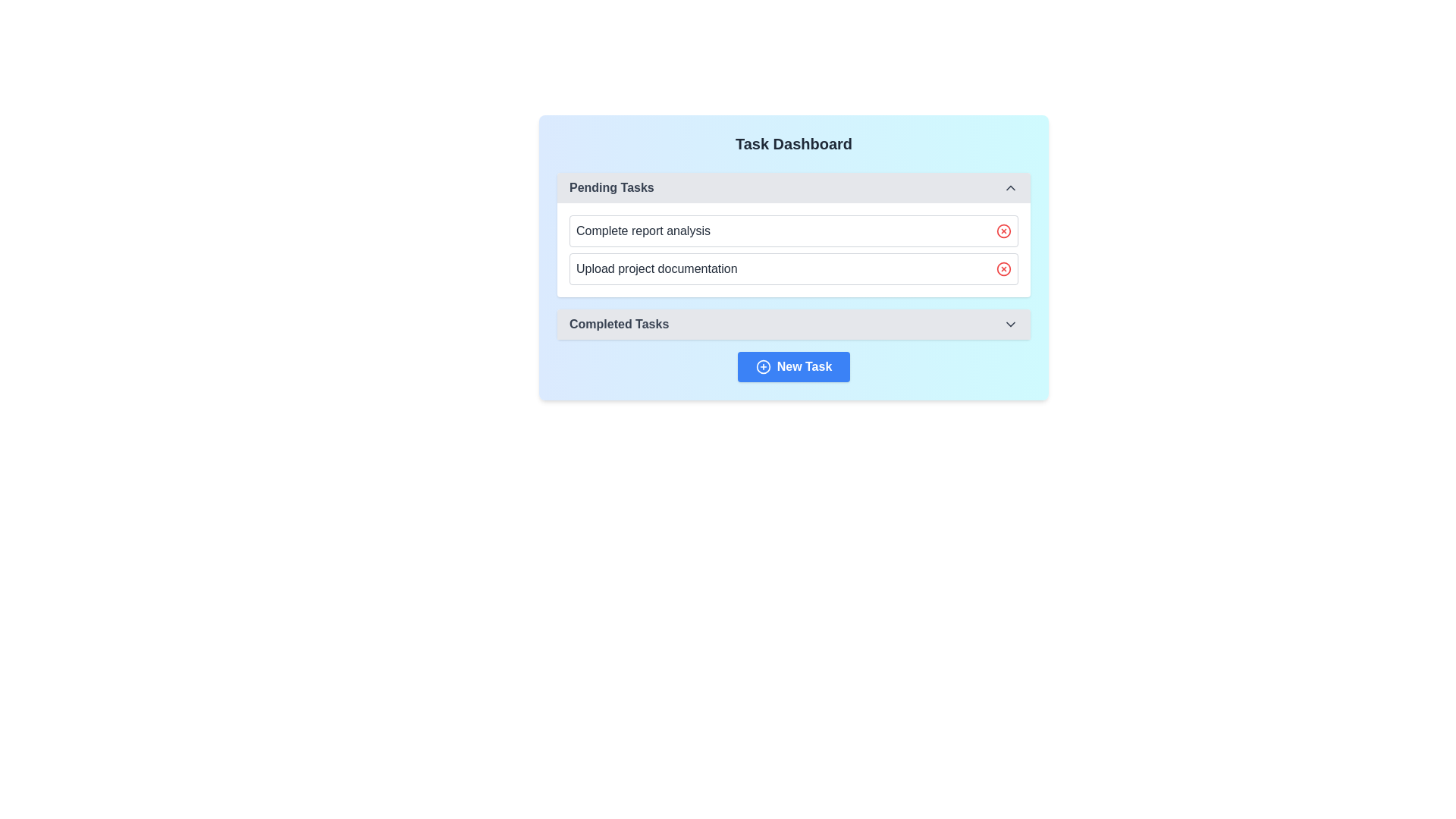  What do you see at coordinates (792, 249) in the screenshot?
I see `the uppermost task 'Complete report analysis' for editing in the 'Pending Tasks' section of the 'Task Dashboard'` at bounding box center [792, 249].